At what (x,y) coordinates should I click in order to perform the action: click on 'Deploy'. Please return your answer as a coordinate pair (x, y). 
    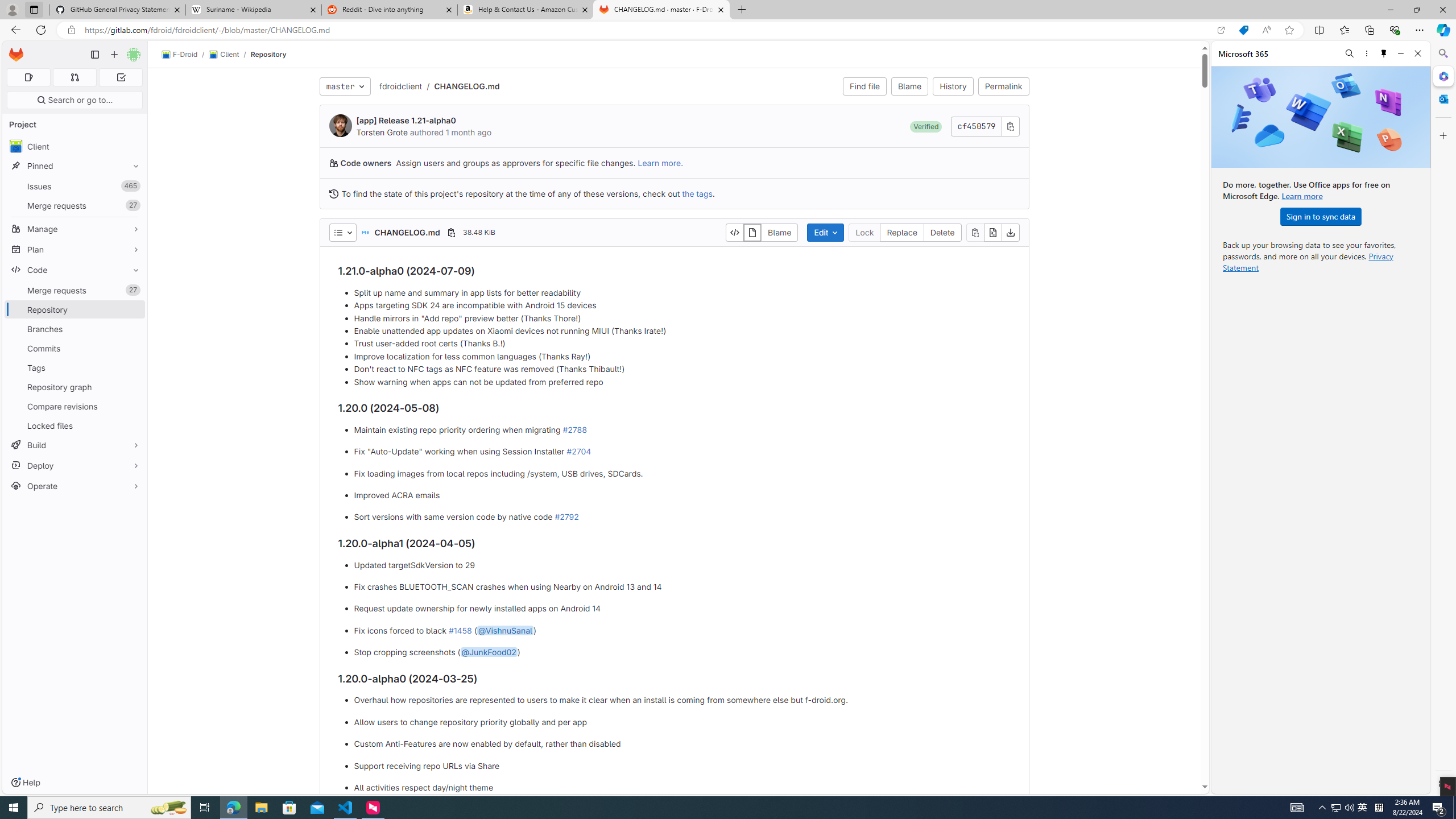
    Looking at the image, I should click on (74, 465).